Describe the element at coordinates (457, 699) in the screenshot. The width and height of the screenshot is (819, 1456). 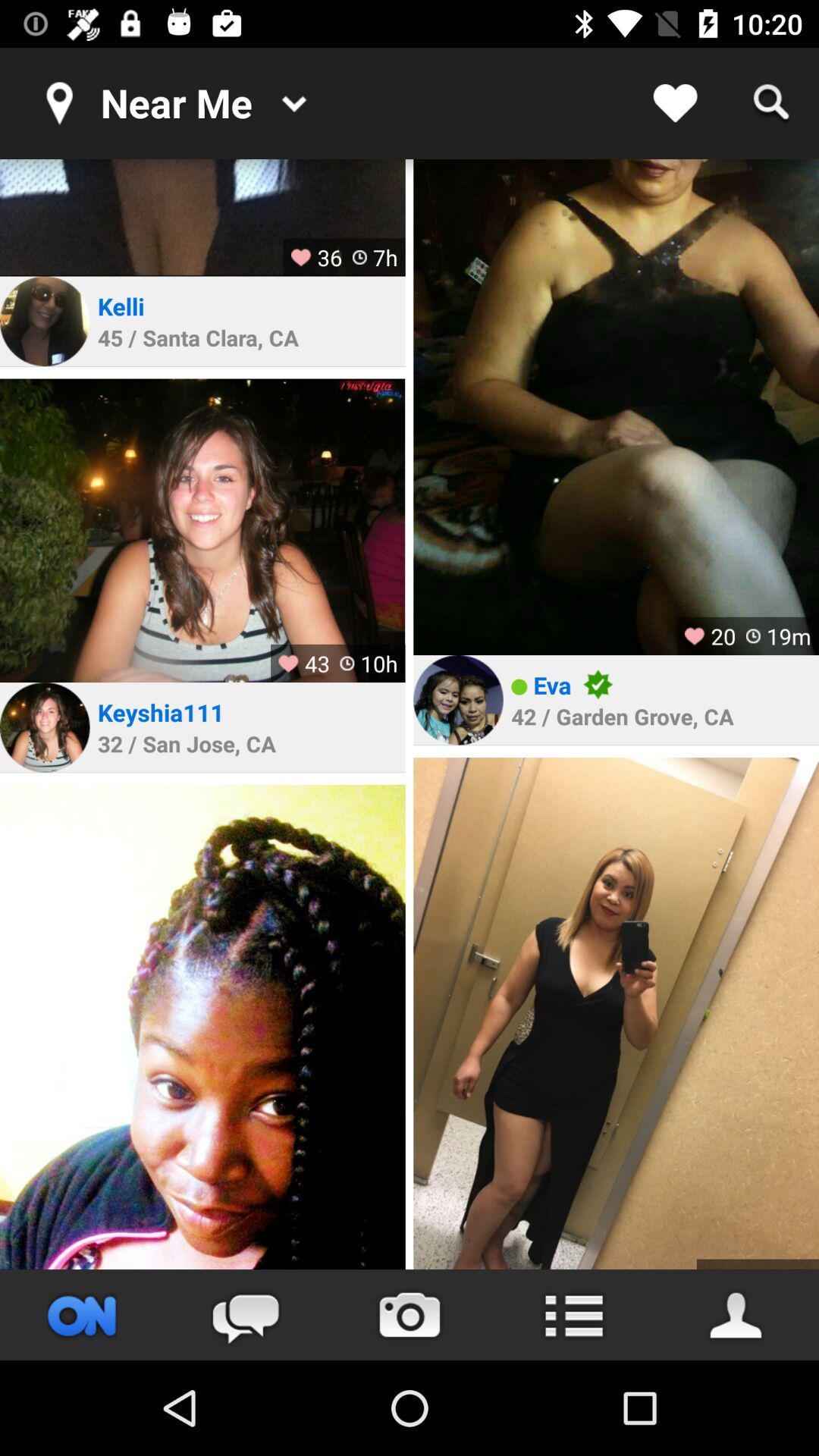
I see `contact 's profile` at that location.